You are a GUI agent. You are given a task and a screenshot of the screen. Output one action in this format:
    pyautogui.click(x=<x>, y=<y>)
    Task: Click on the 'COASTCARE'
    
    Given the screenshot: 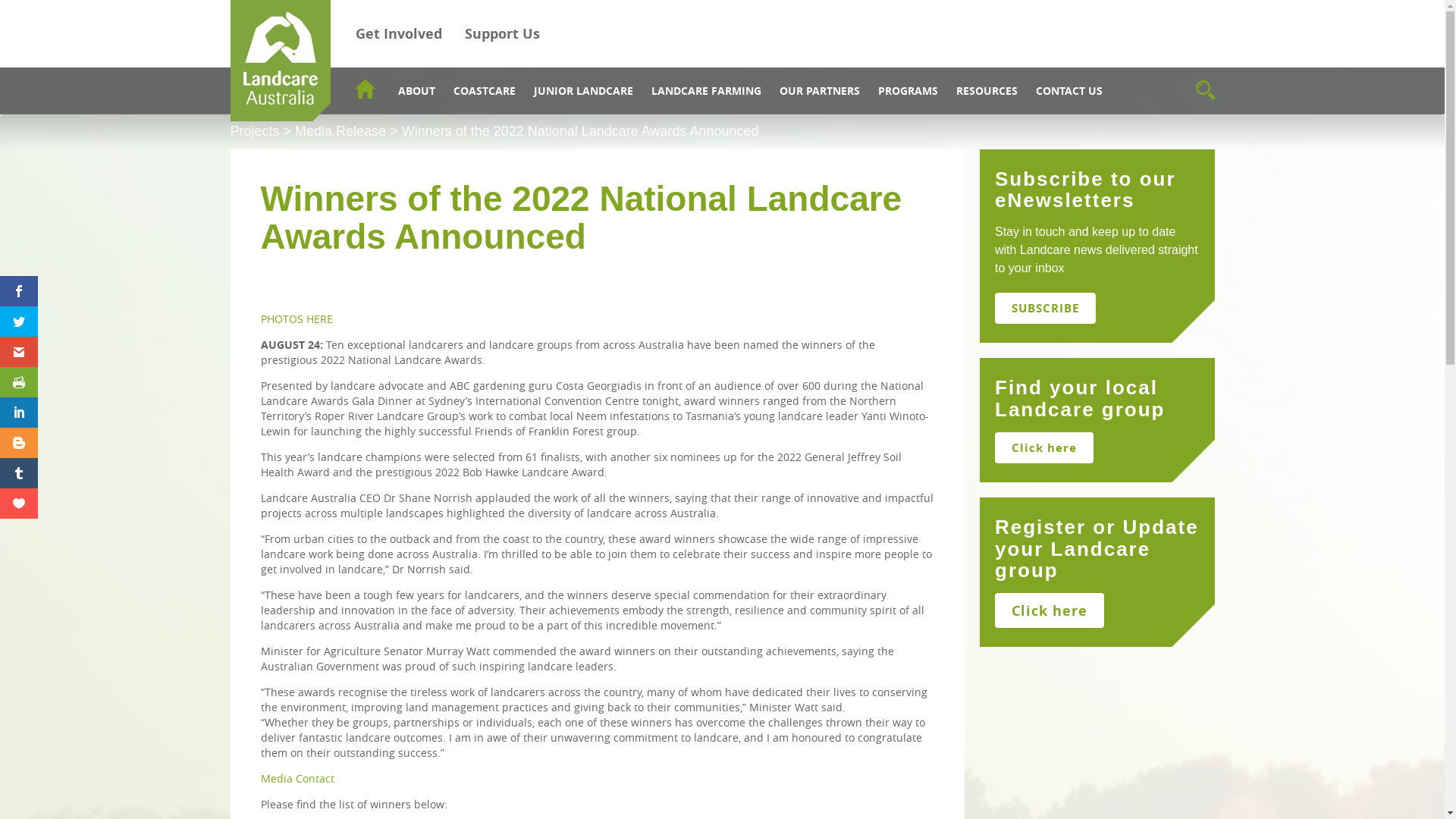 What is the action you would take?
    pyautogui.click(x=483, y=90)
    